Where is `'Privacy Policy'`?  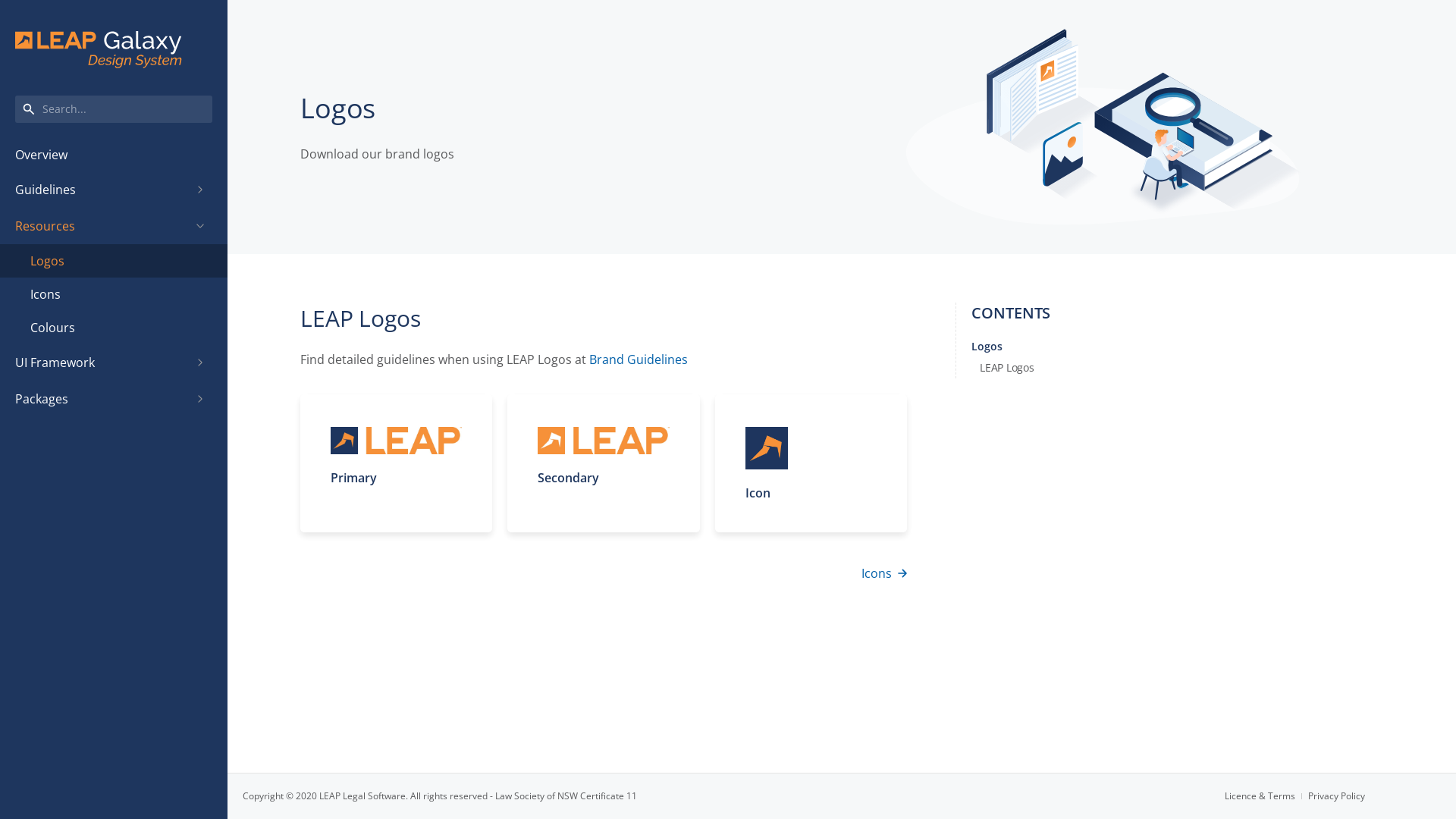 'Privacy Policy' is located at coordinates (1336, 795).